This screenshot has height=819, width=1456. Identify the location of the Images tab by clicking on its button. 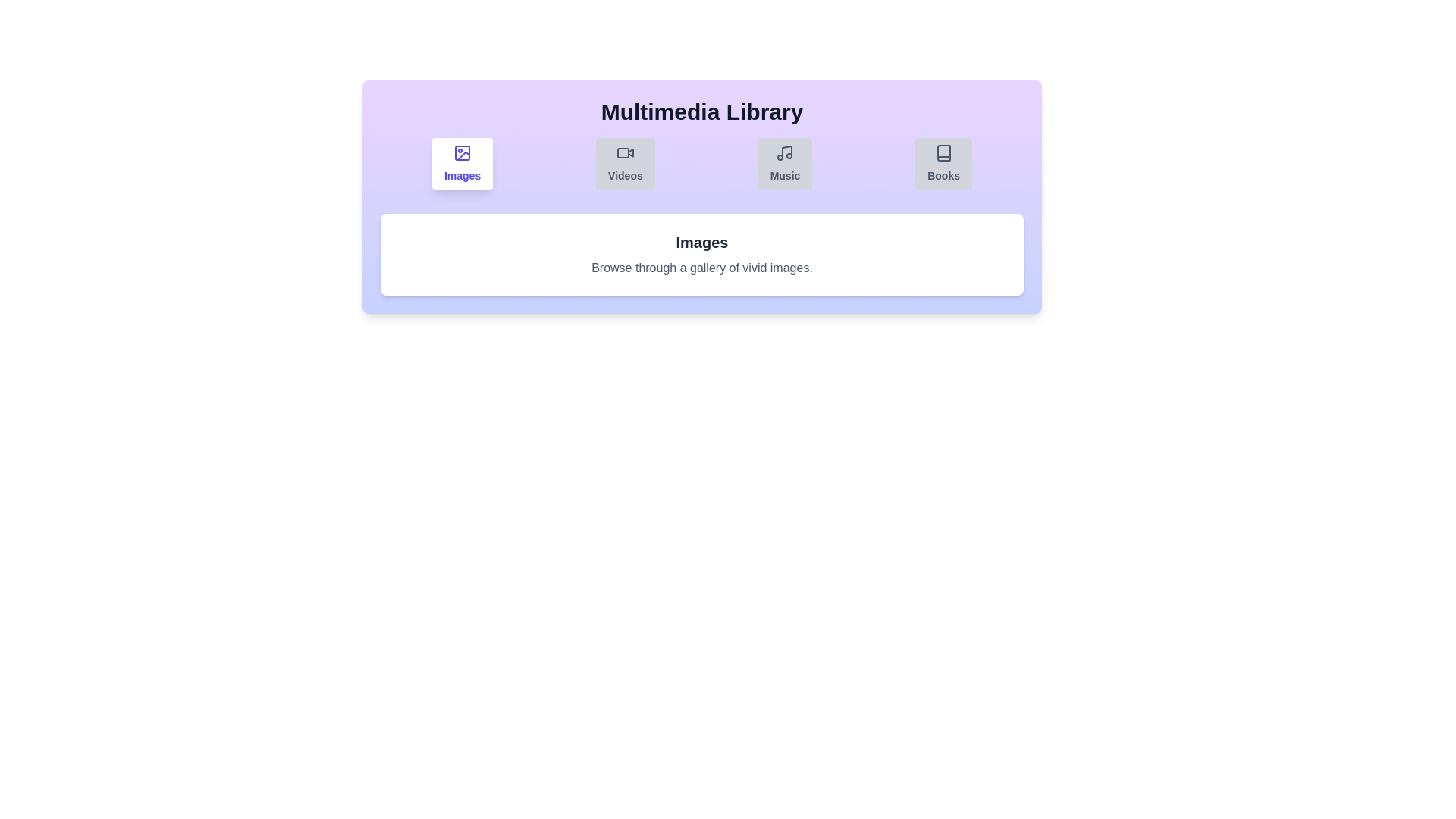
(461, 164).